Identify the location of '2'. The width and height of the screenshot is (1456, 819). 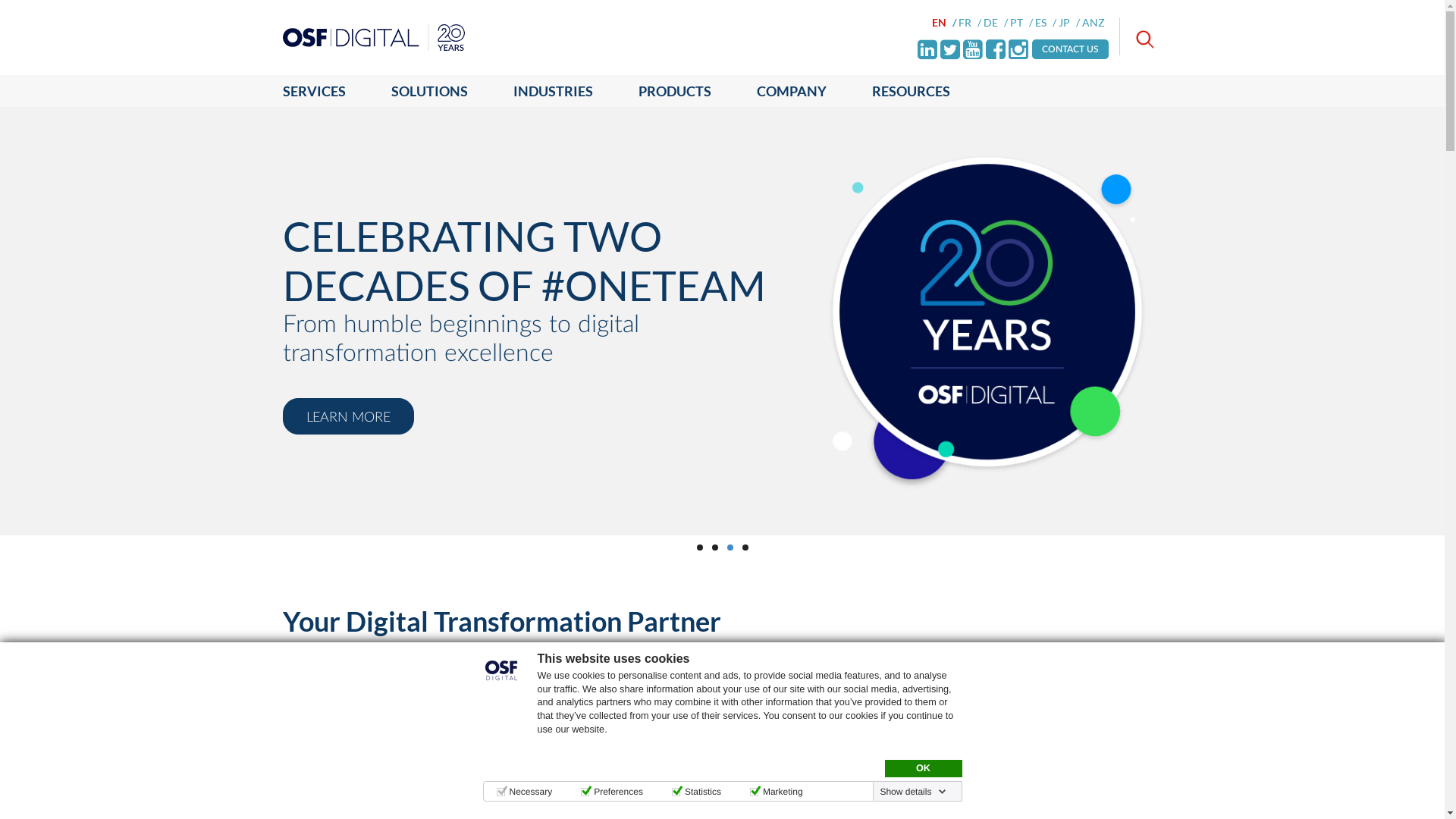
(713, 547).